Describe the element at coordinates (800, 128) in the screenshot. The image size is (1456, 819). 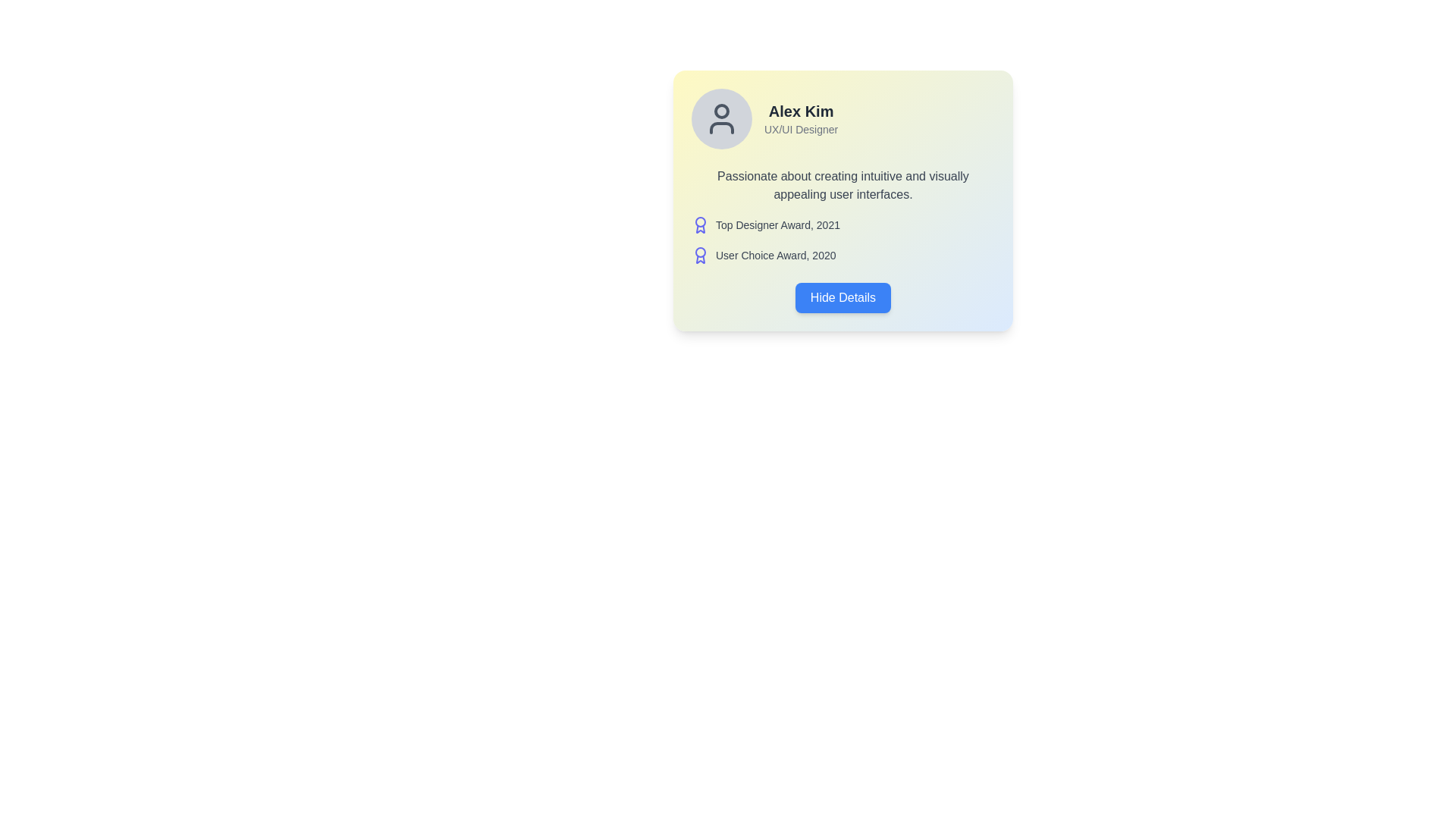
I see `the text element displaying 'UX/UI Designer' which is styled in gray and positioned below 'Alex Kim' within a card layout` at that location.